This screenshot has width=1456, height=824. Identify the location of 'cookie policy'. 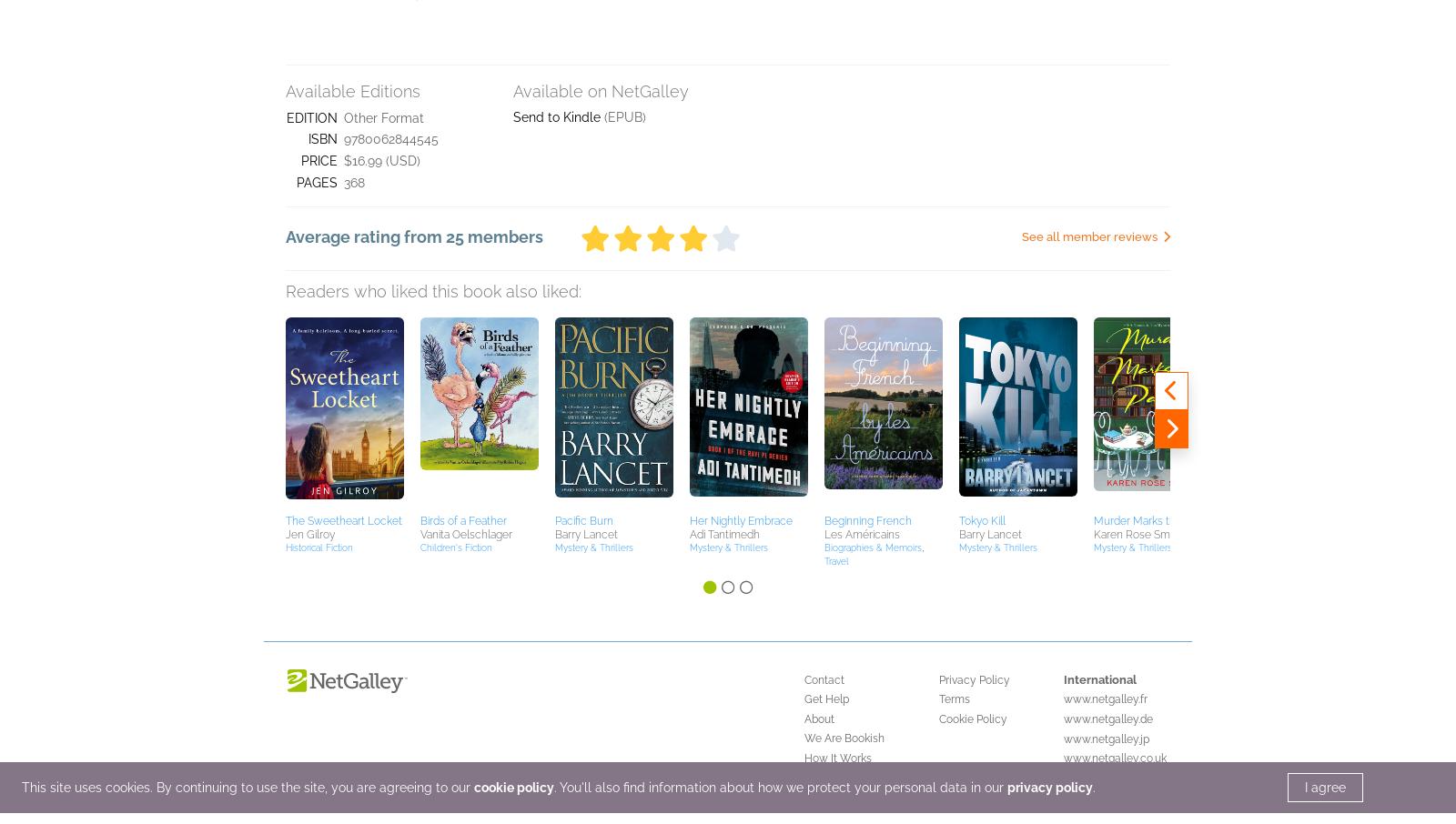
(512, 59).